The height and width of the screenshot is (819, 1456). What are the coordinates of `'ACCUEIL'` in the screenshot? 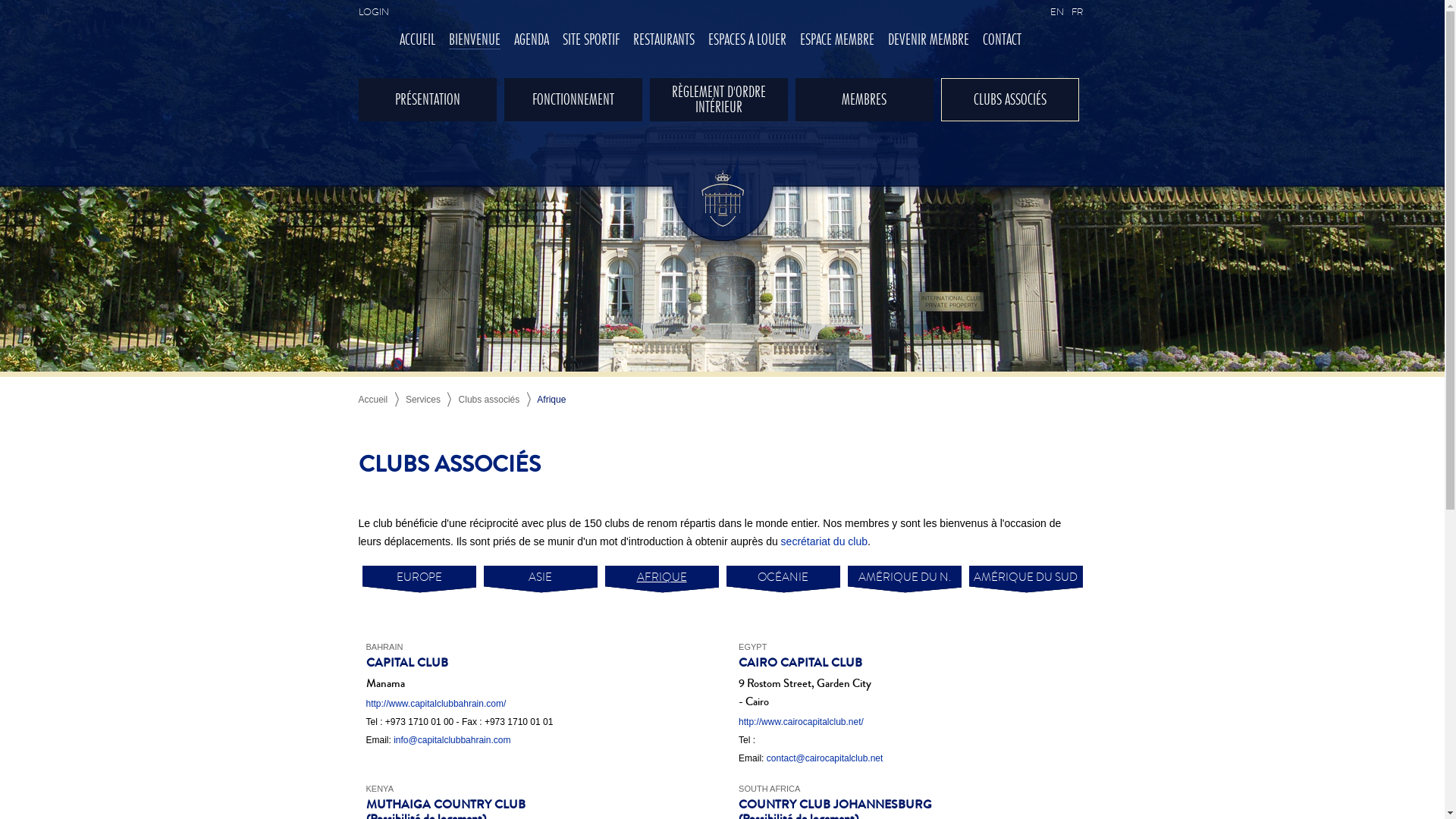 It's located at (399, 40).